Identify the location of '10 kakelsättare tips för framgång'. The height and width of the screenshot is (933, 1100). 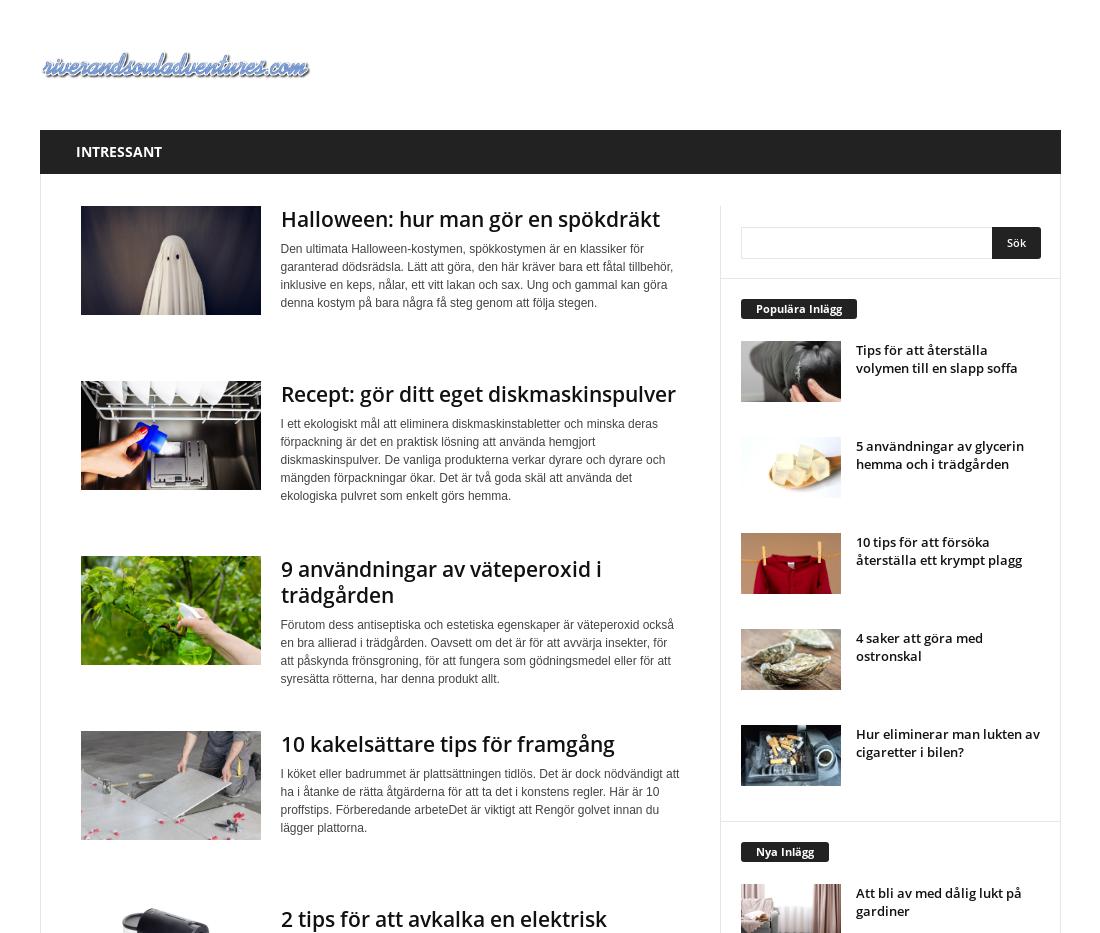
(446, 742).